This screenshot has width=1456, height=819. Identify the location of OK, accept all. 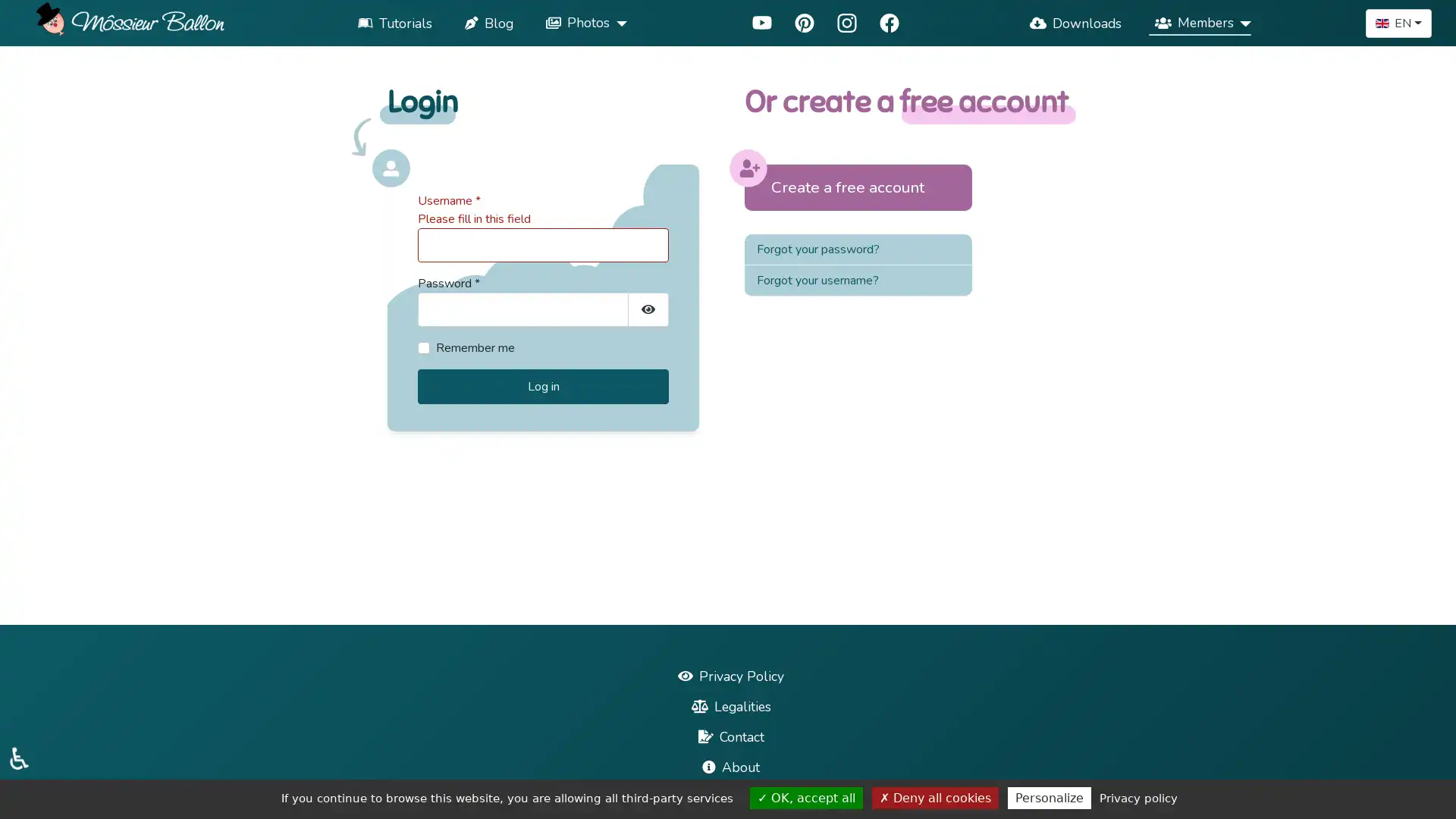
(805, 797).